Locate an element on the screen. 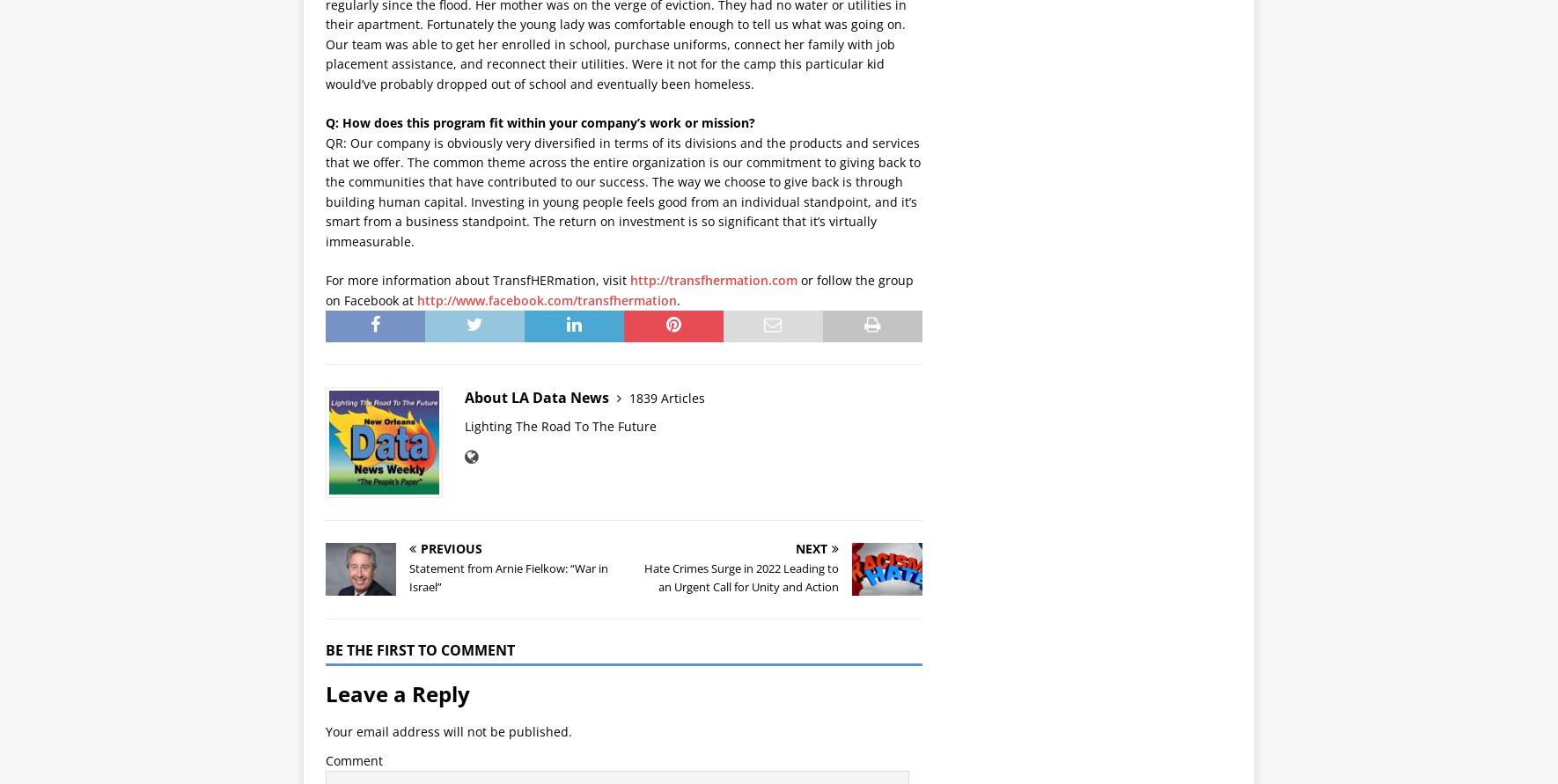 Image resolution: width=1558 pixels, height=784 pixels. '.' is located at coordinates (677, 298).